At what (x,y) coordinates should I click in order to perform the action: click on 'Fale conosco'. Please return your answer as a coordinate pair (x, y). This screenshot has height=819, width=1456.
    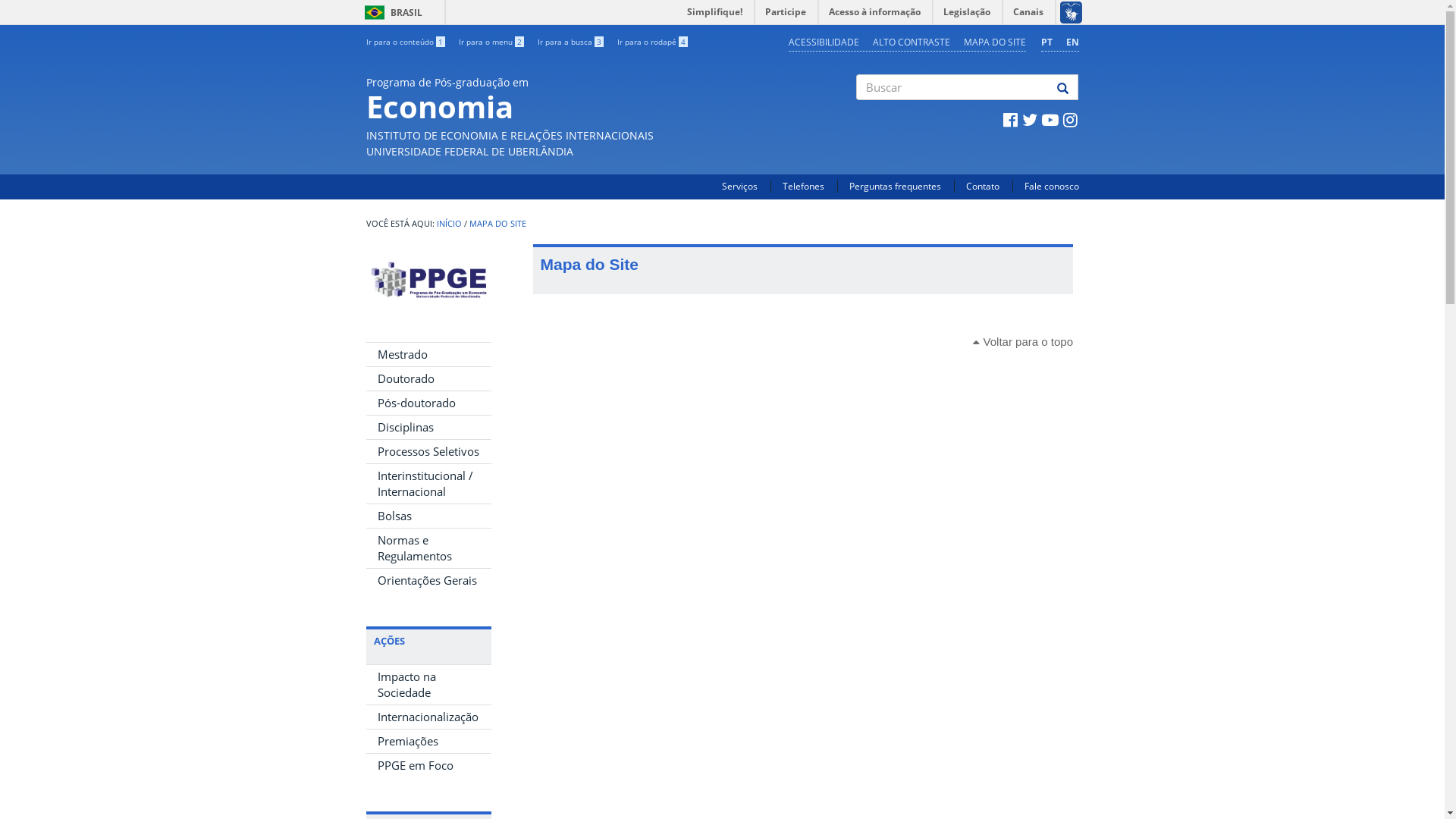
    Looking at the image, I should click on (1050, 185).